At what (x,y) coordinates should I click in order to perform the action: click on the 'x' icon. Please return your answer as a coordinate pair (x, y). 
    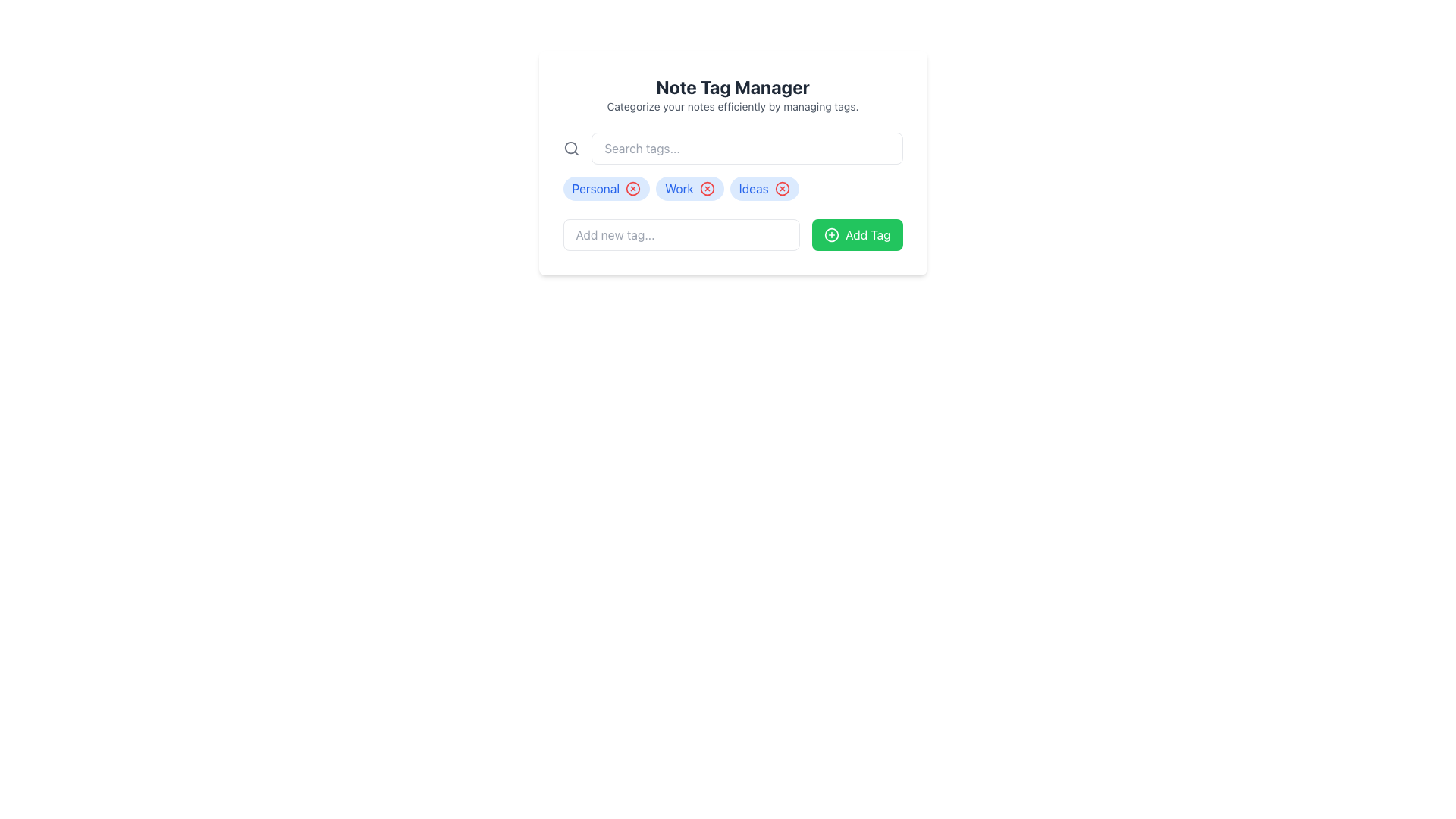
    Looking at the image, I should click on (733, 188).